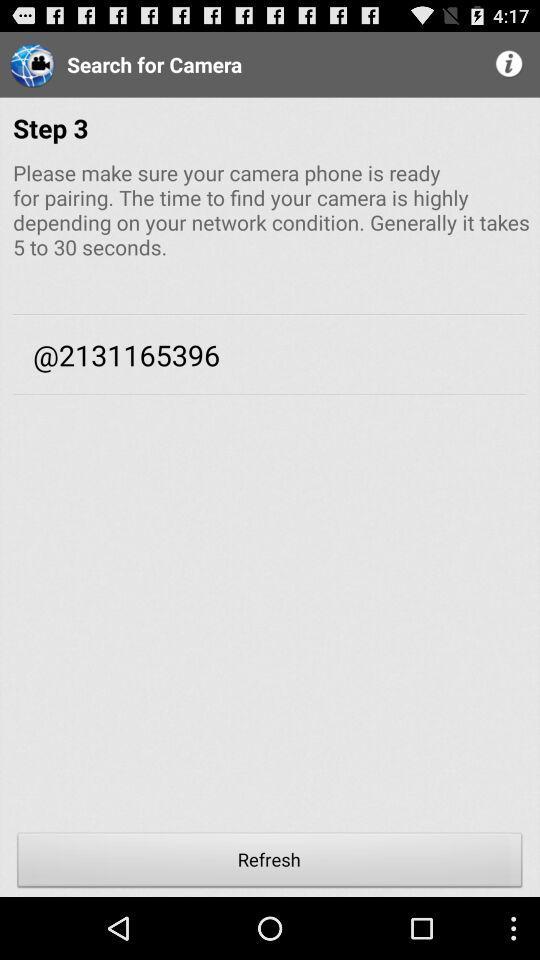  I want to click on the item above refresh icon, so click(270, 625).